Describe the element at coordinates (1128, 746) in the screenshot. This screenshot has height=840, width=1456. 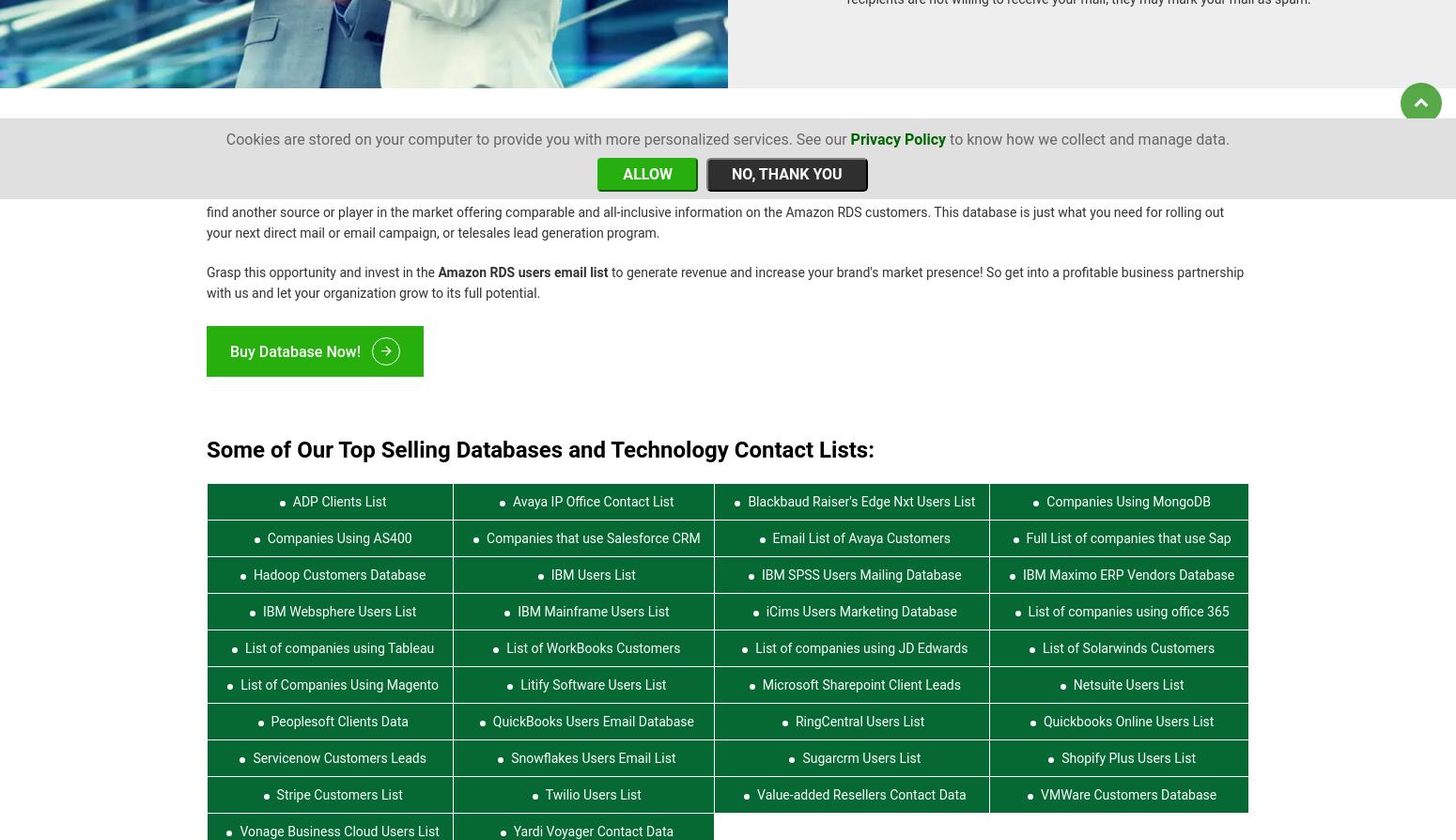
I see `'Shopify Plus Users List'` at that location.